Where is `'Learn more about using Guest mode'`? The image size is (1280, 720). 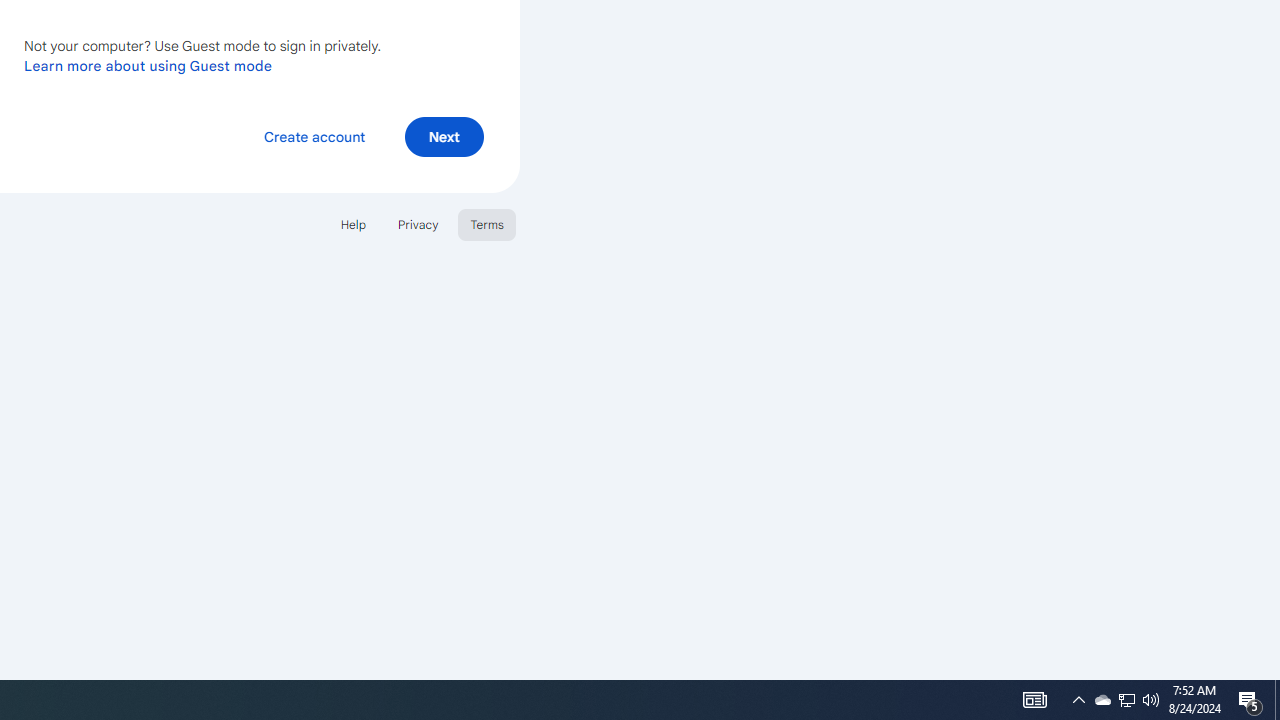
'Learn more about using Guest mode' is located at coordinates (147, 64).